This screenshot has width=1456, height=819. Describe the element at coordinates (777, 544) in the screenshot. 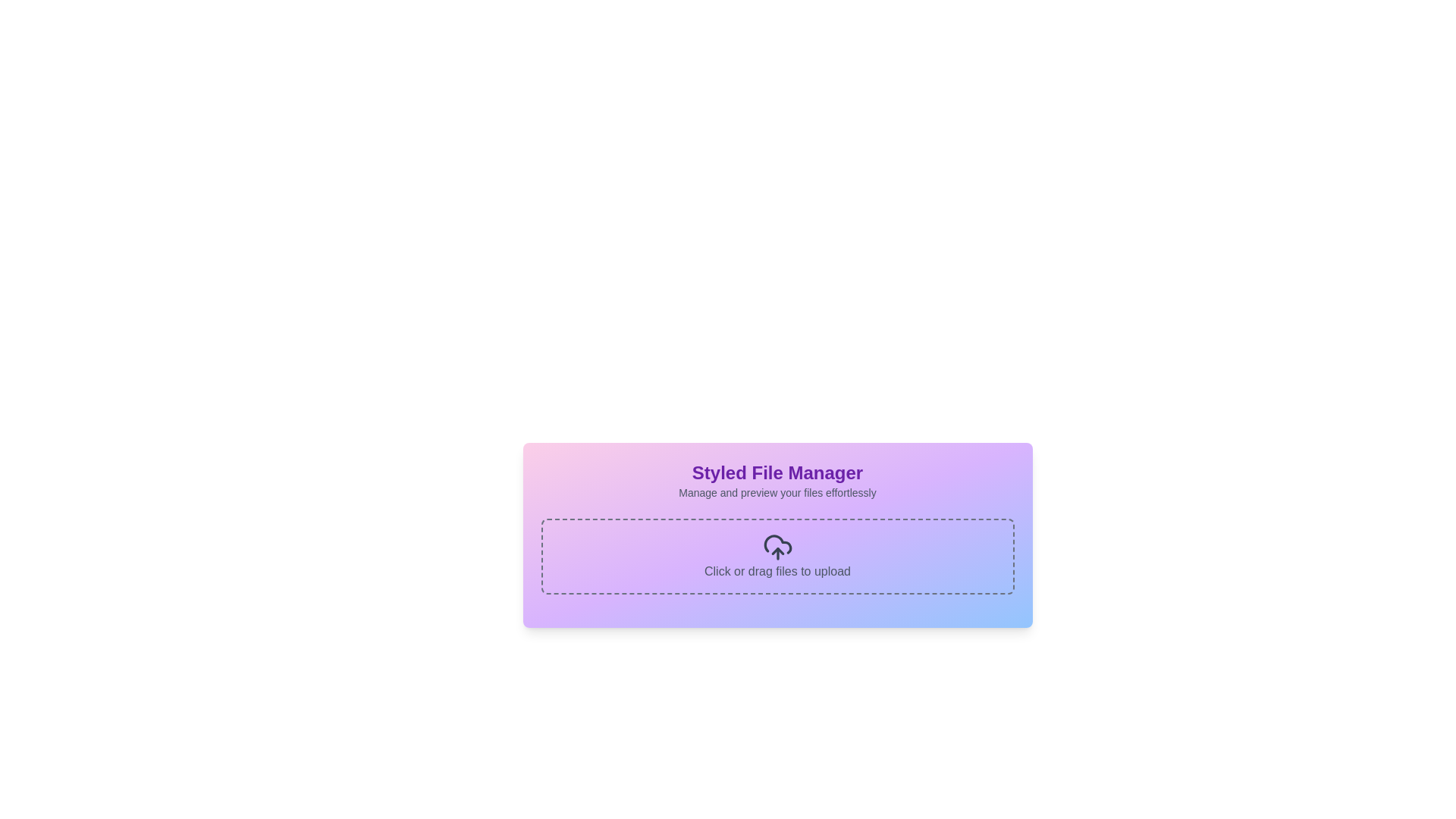

I see `the cloud-shaped icon with a gray outline, located centrally within the dashed rectangular region designated for file uploads, for visual cues` at that location.